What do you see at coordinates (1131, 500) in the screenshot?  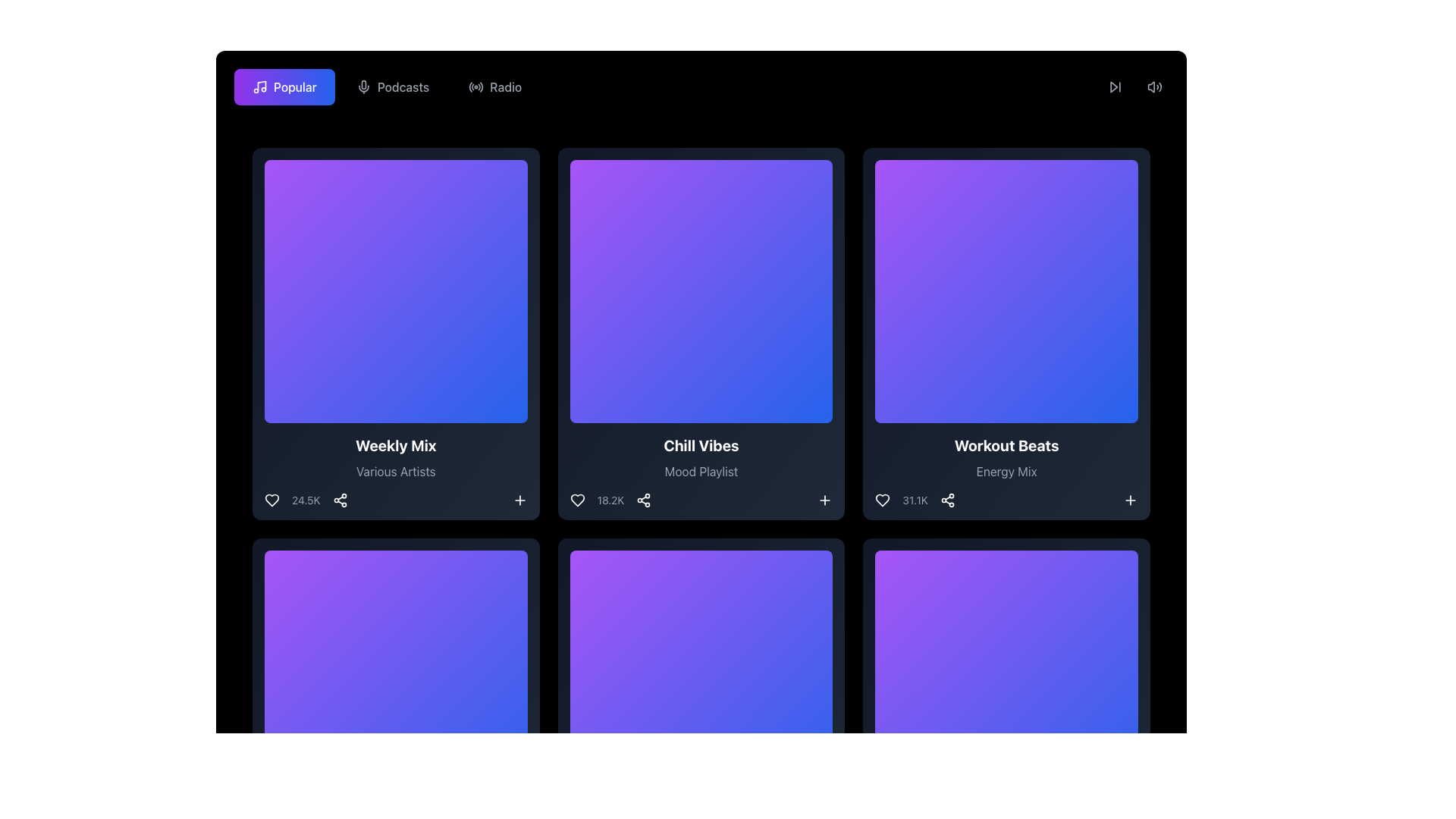 I see `the Icon Button located in the bottom-right corner of the 'Workout Beats' card, adjacent to the text displaying '31.1K'` at bounding box center [1131, 500].